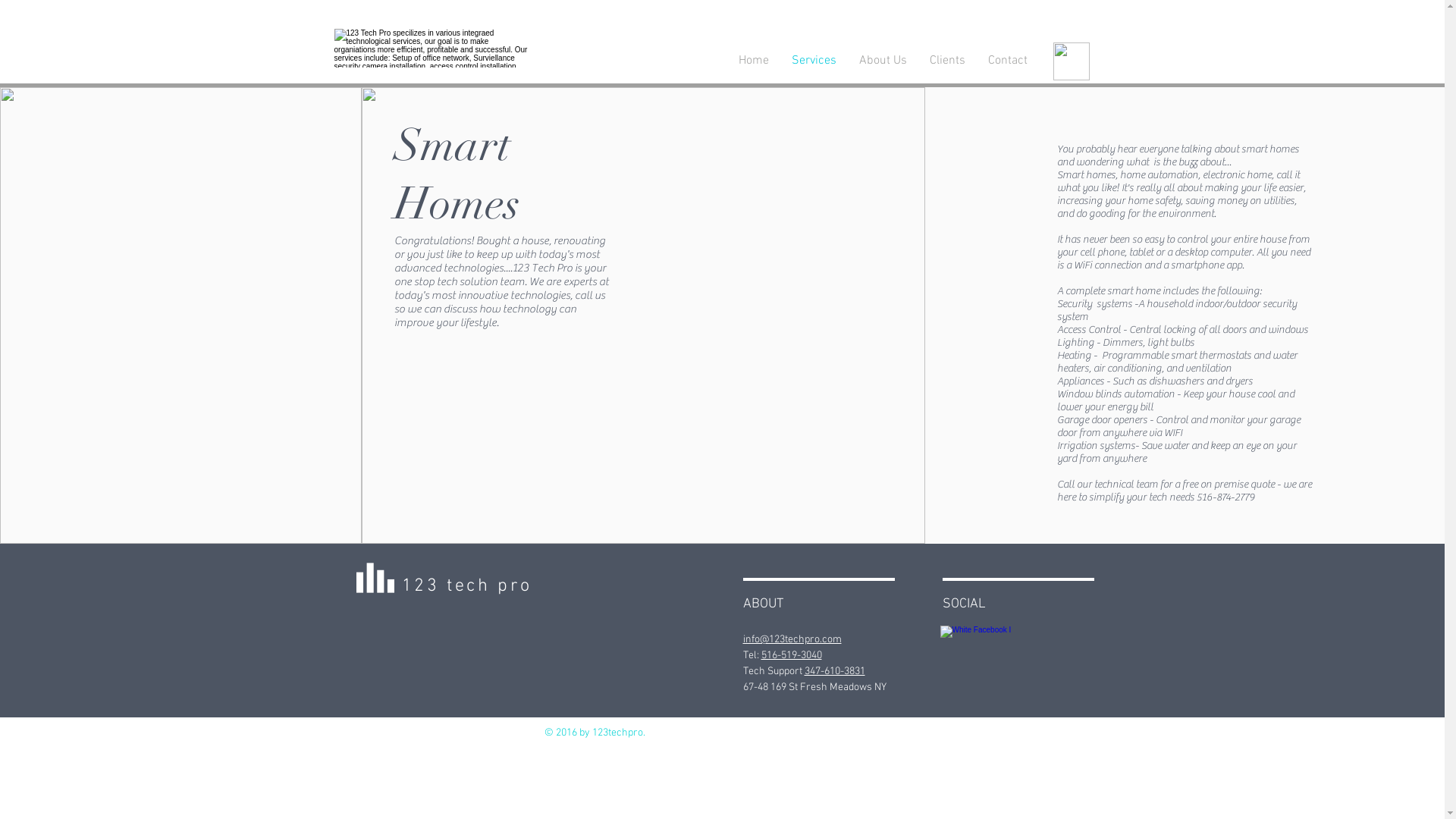 This screenshot has height=819, width=1456. I want to click on 'Clients', so click(946, 60).